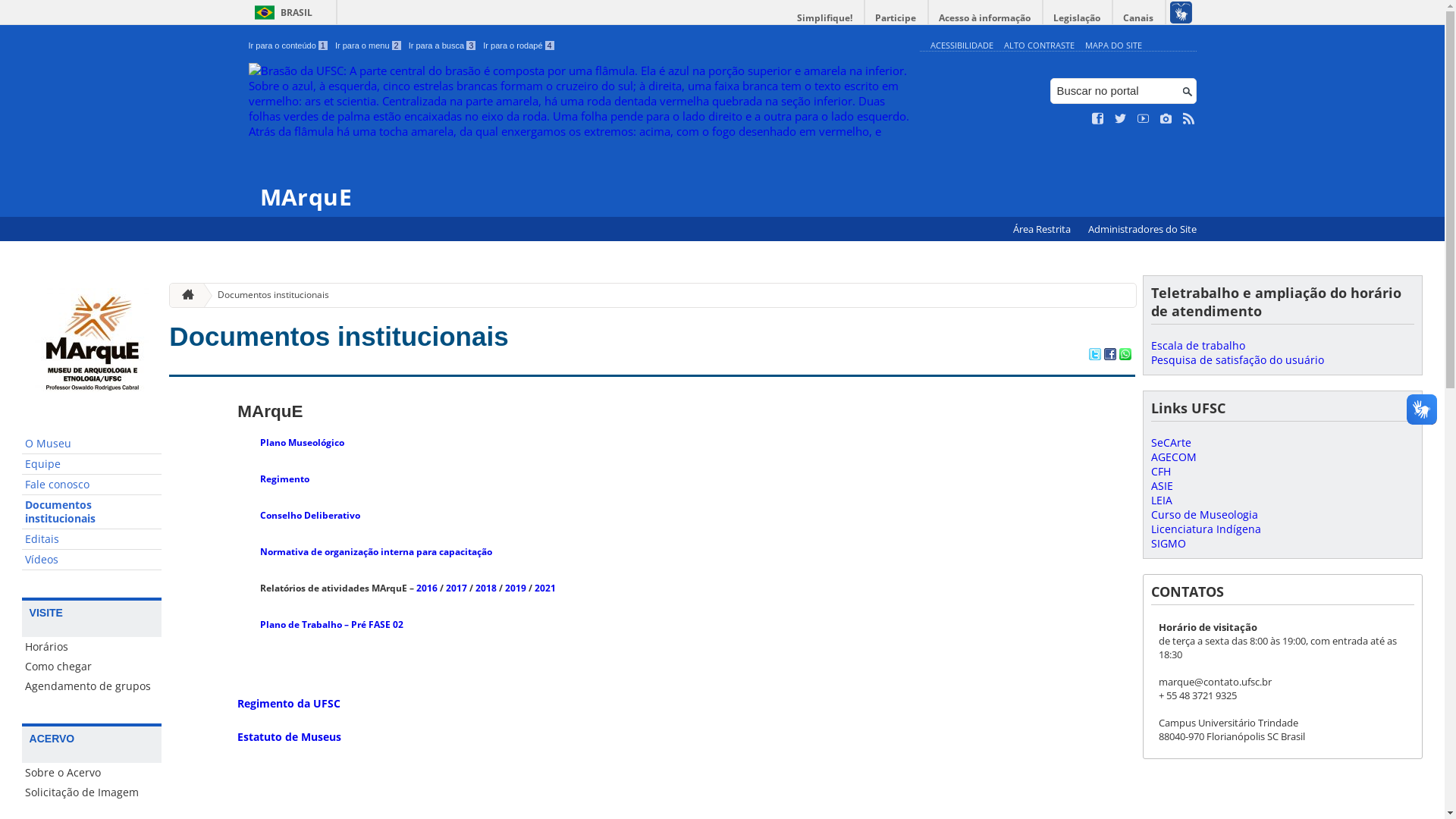 The image size is (1456, 819). What do you see at coordinates (91, 666) in the screenshot?
I see `'Como chegar'` at bounding box center [91, 666].